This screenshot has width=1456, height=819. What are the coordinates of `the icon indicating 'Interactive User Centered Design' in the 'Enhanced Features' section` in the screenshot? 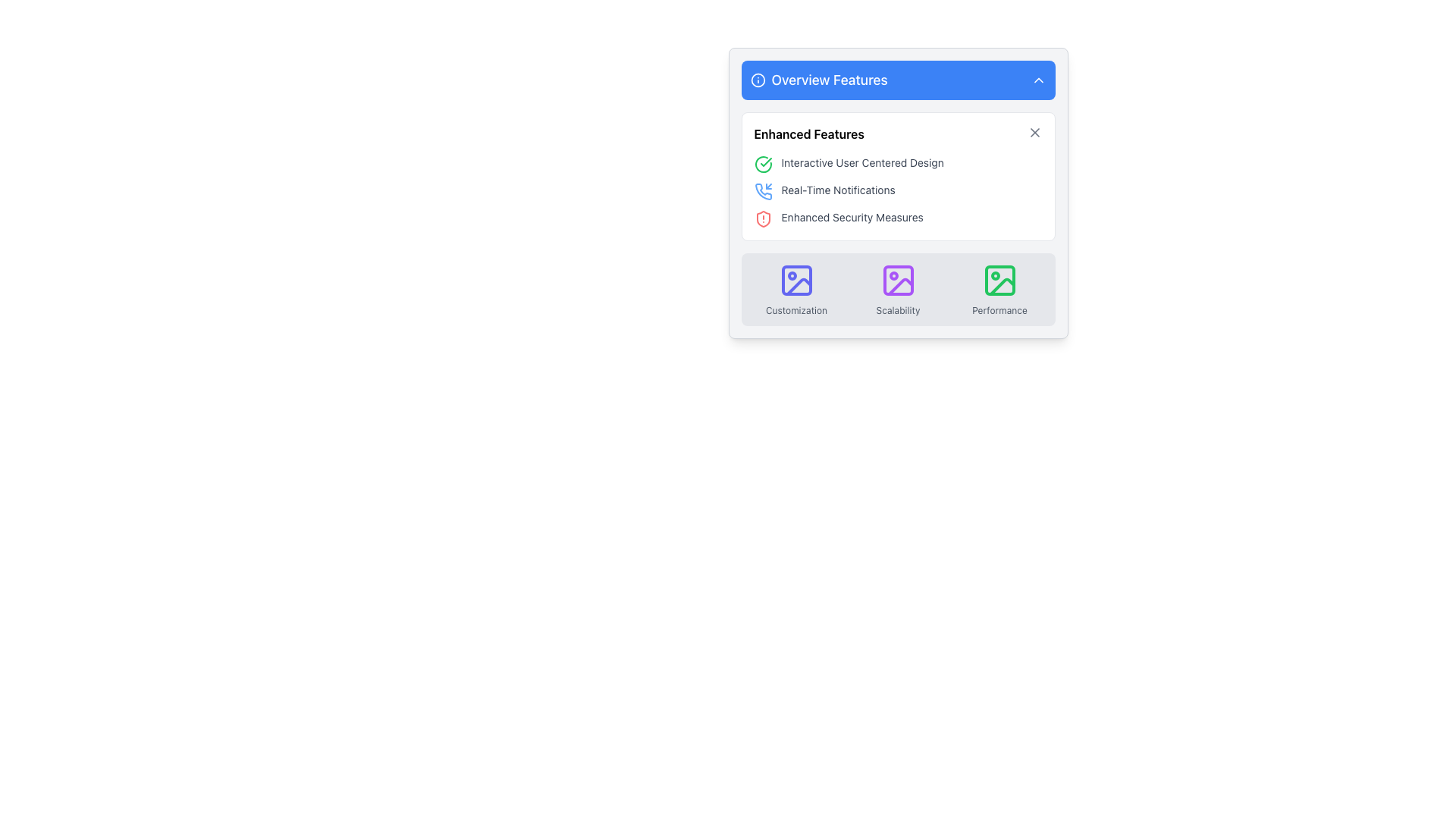 It's located at (763, 164).